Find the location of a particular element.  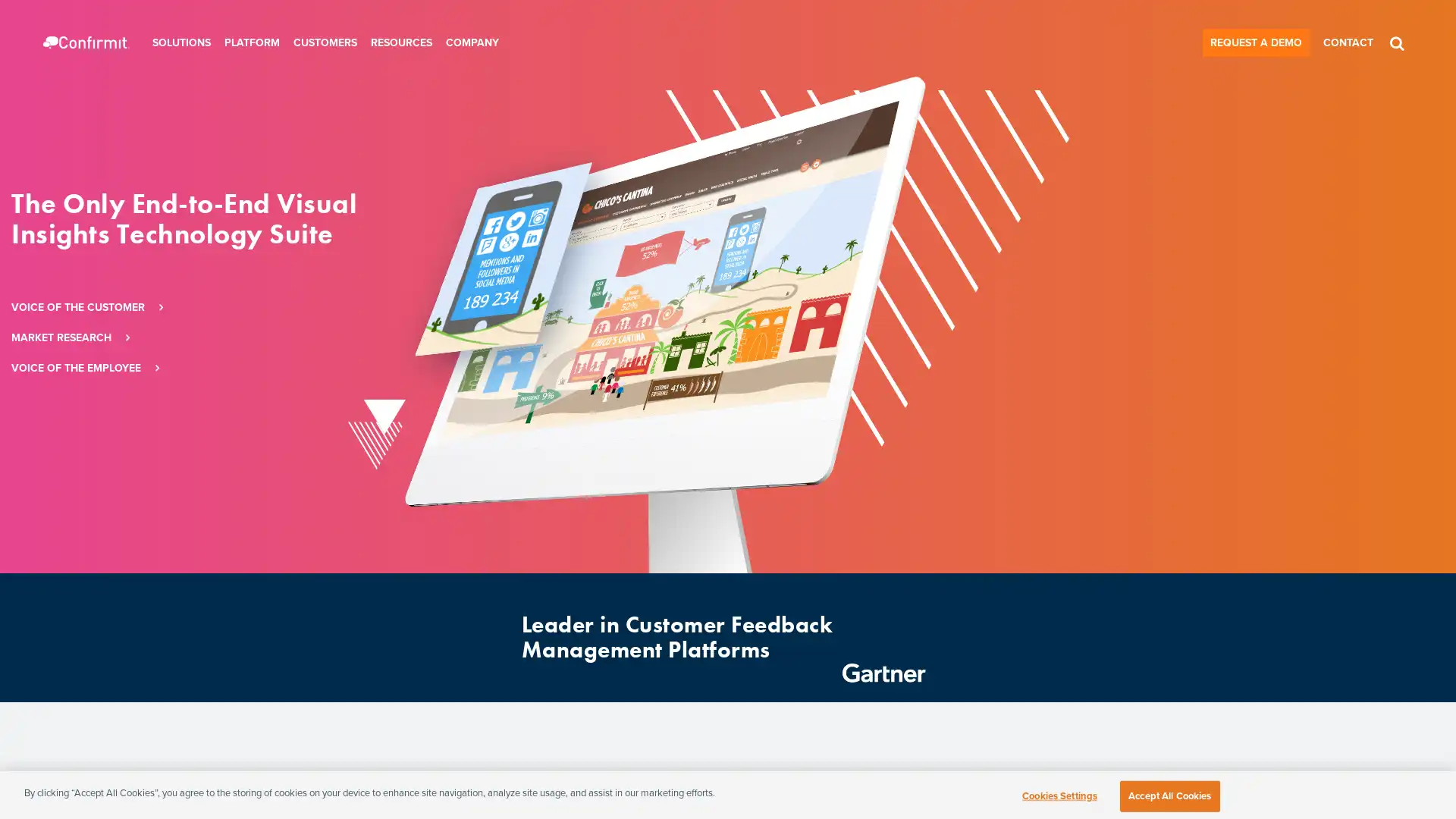

Cookies Settings is located at coordinates (1059, 795).